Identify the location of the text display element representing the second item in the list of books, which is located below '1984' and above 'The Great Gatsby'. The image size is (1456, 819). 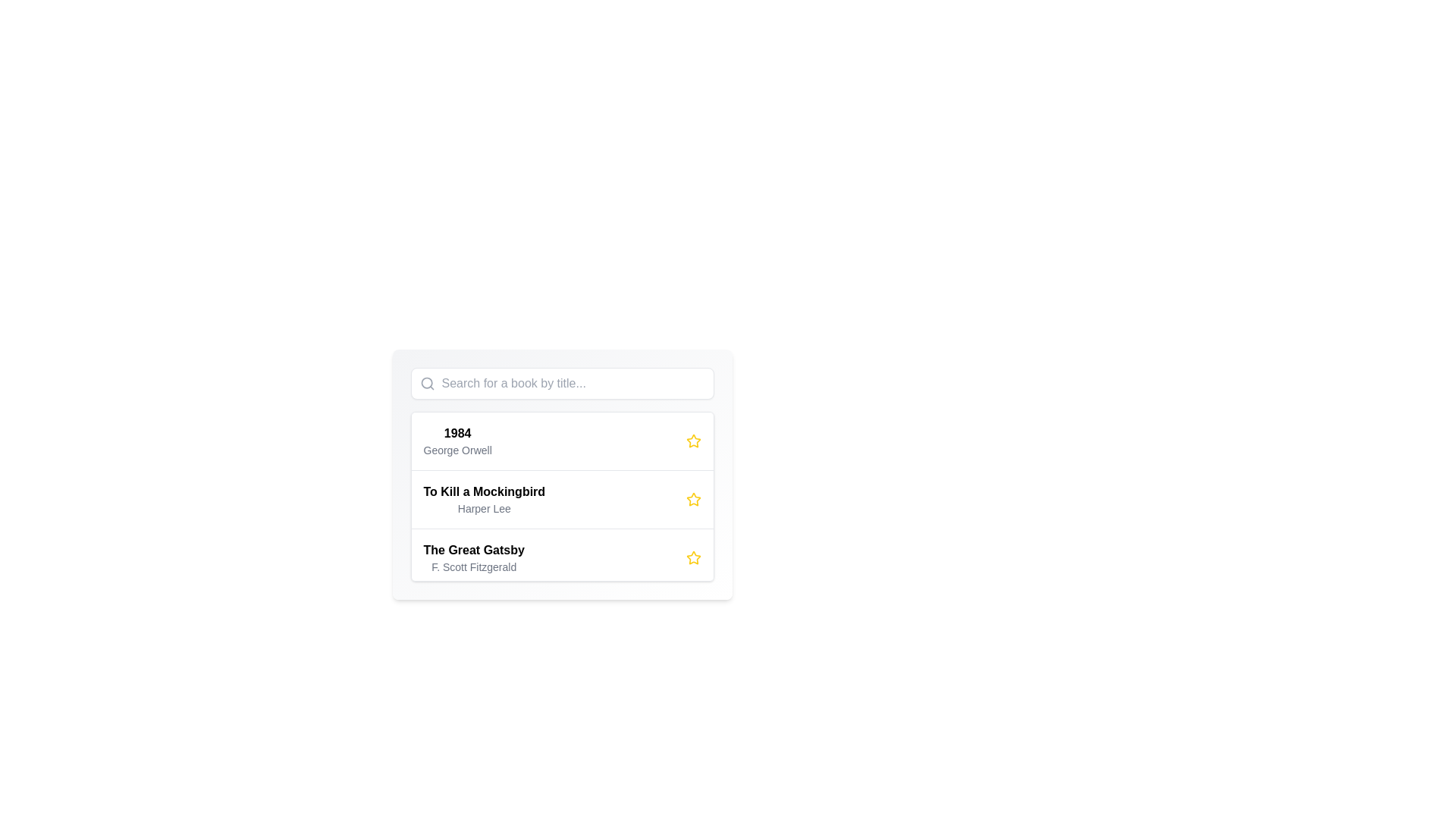
(483, 500).